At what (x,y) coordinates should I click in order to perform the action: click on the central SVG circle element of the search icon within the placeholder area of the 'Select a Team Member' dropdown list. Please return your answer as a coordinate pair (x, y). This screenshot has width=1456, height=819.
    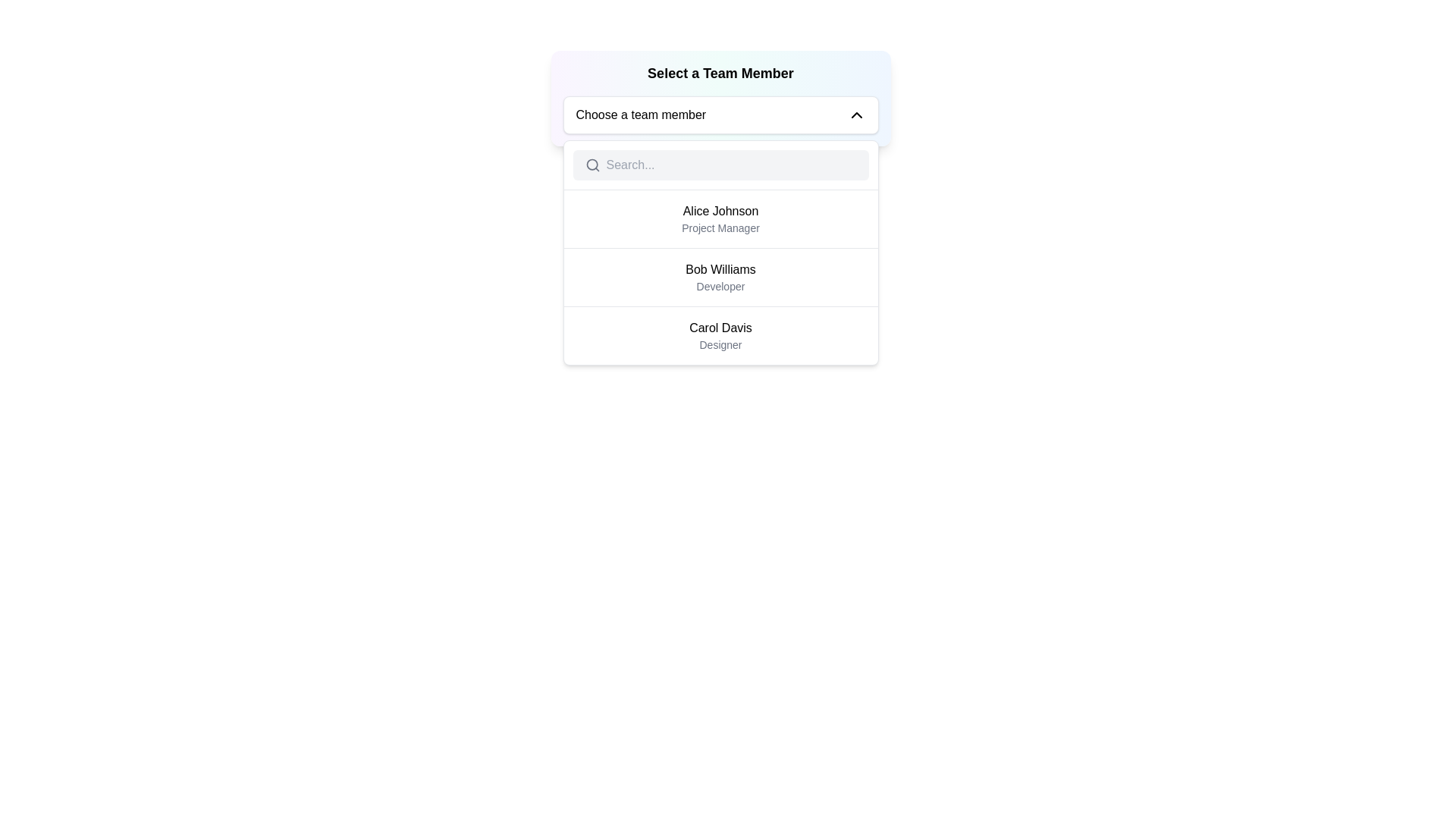
    Looking at the image, I should click on (591, 165).